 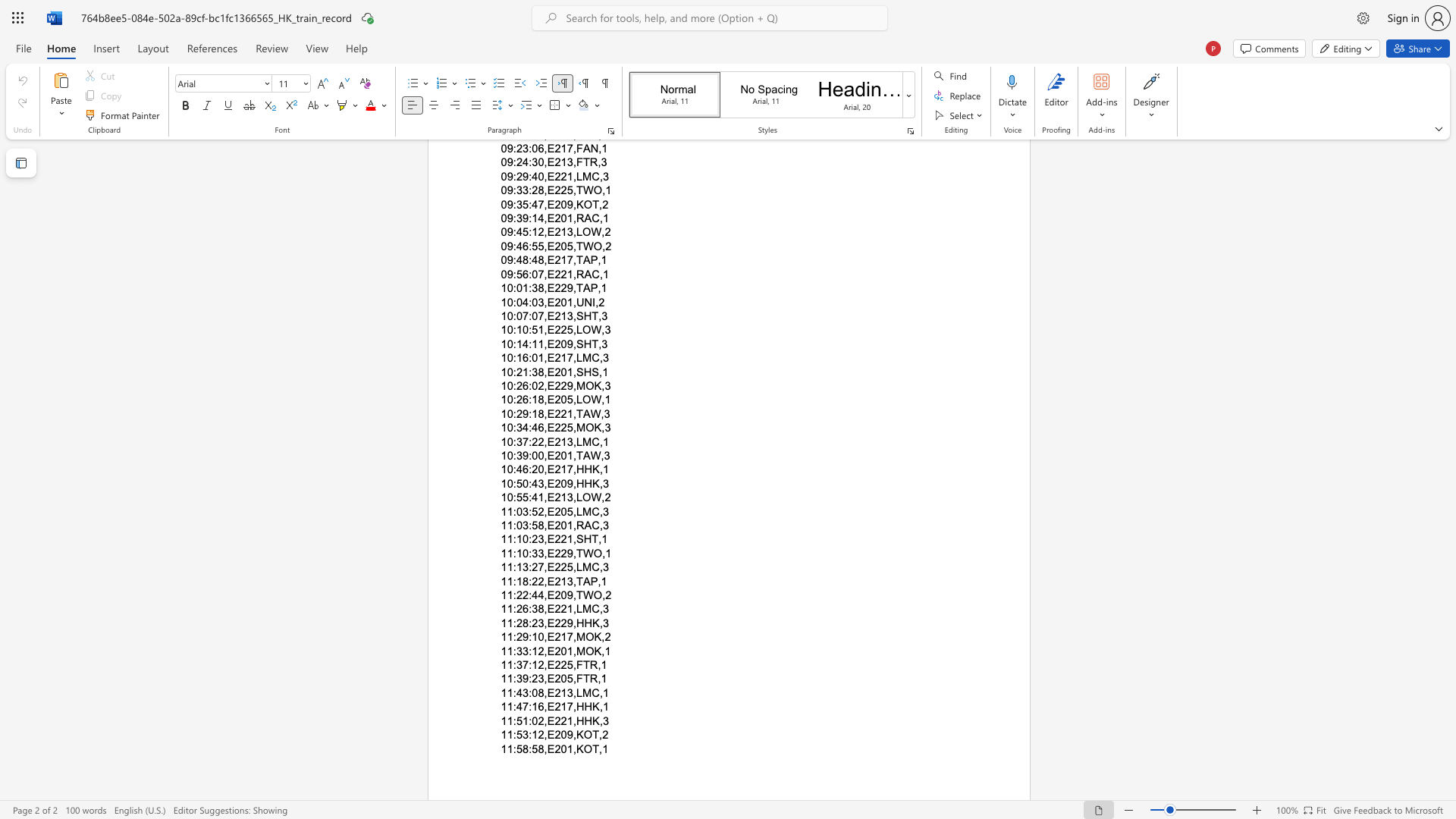 What do you see at coordinates (575, 678) in the screenshot?
I see `the subset text "FT" within the text "11:39:23,E205,FTR,1"` at bounding box center [575, 678].